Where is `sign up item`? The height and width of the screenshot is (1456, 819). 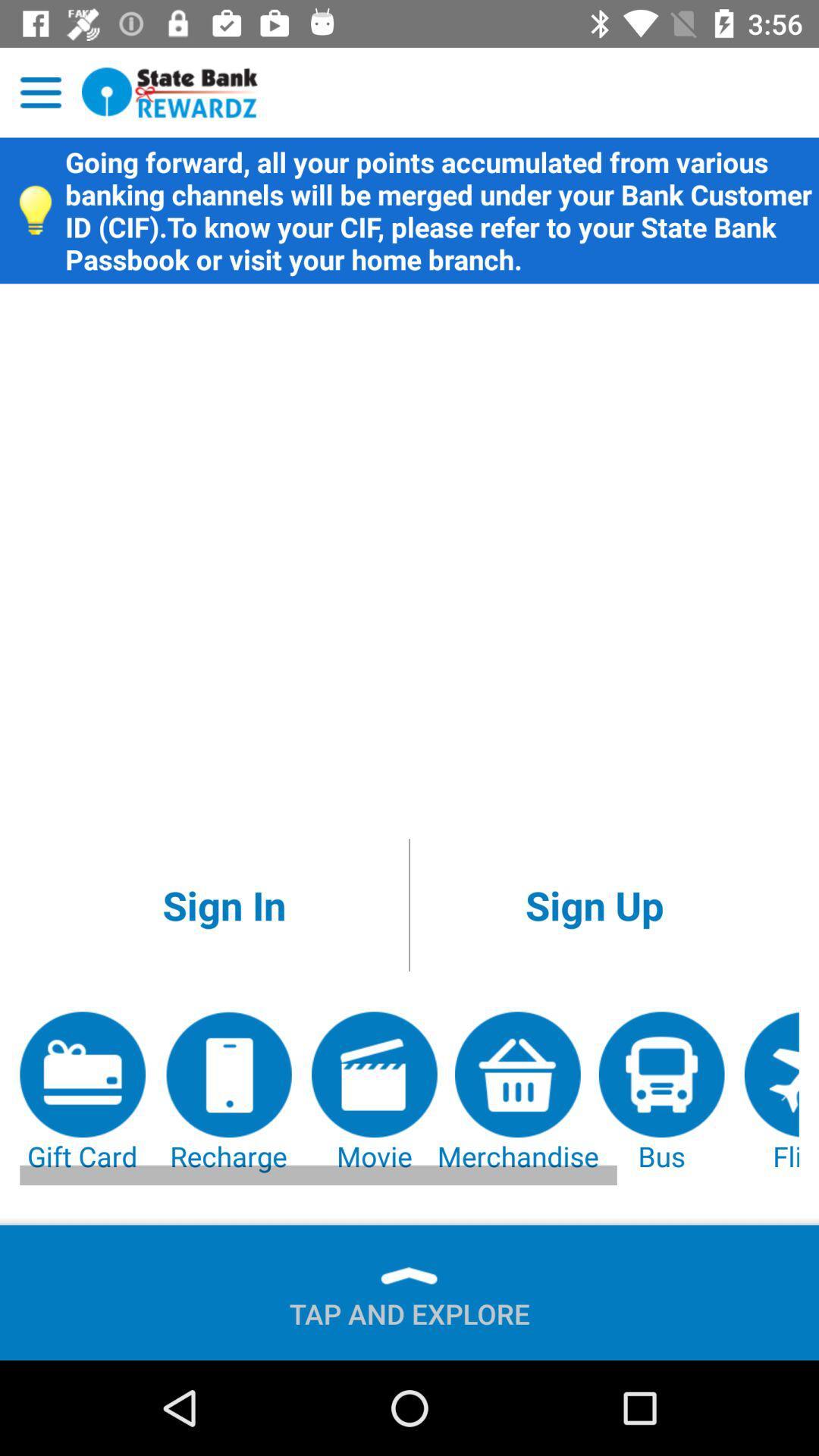
sign up item is located at coordinates (594, 905).